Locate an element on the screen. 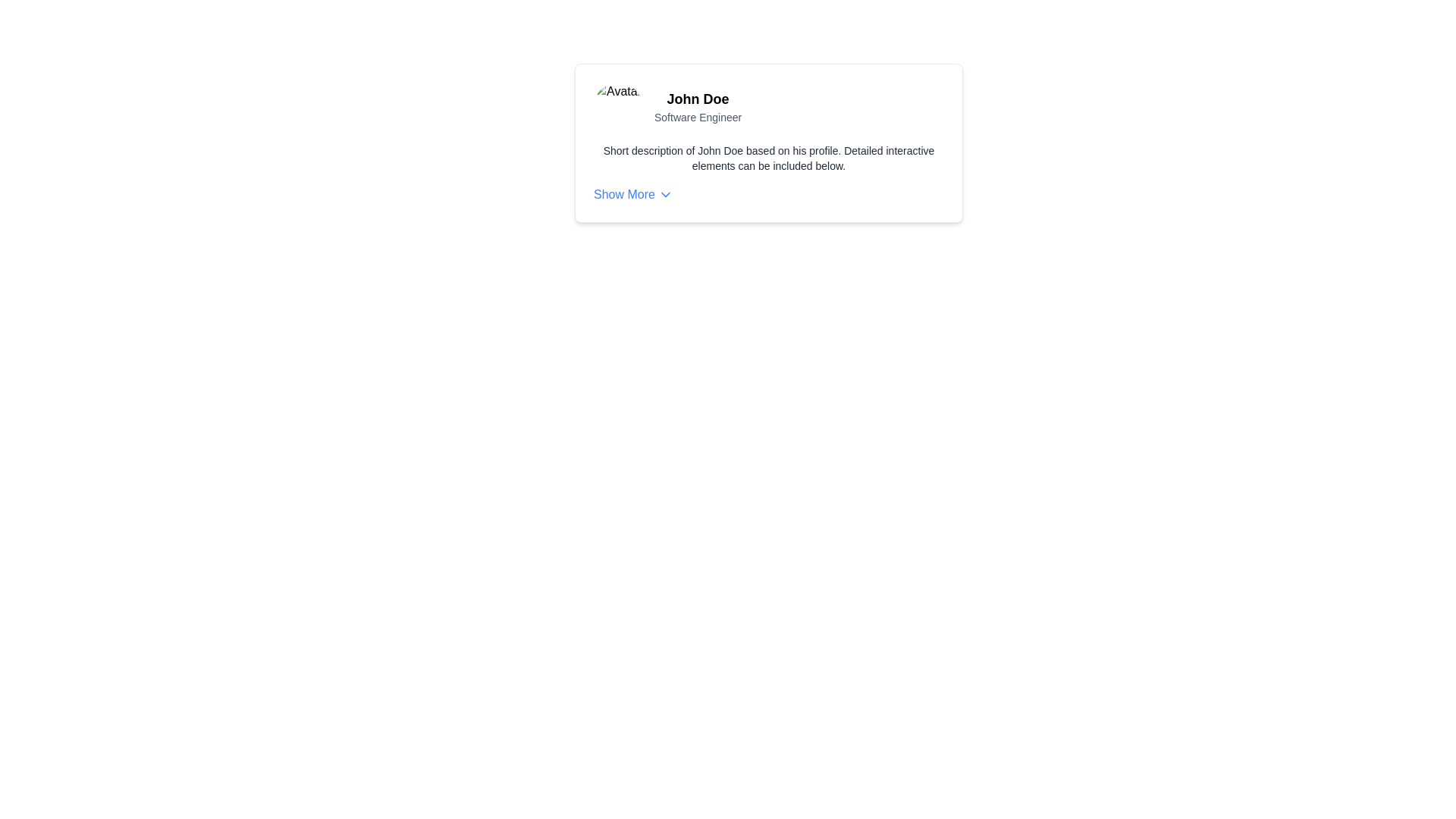 The height and width of the screenshot is (819, 1456). the blue, underlined 'Show More' text link with a downward-pointing arrow icon is located at coordinates (633, 194).